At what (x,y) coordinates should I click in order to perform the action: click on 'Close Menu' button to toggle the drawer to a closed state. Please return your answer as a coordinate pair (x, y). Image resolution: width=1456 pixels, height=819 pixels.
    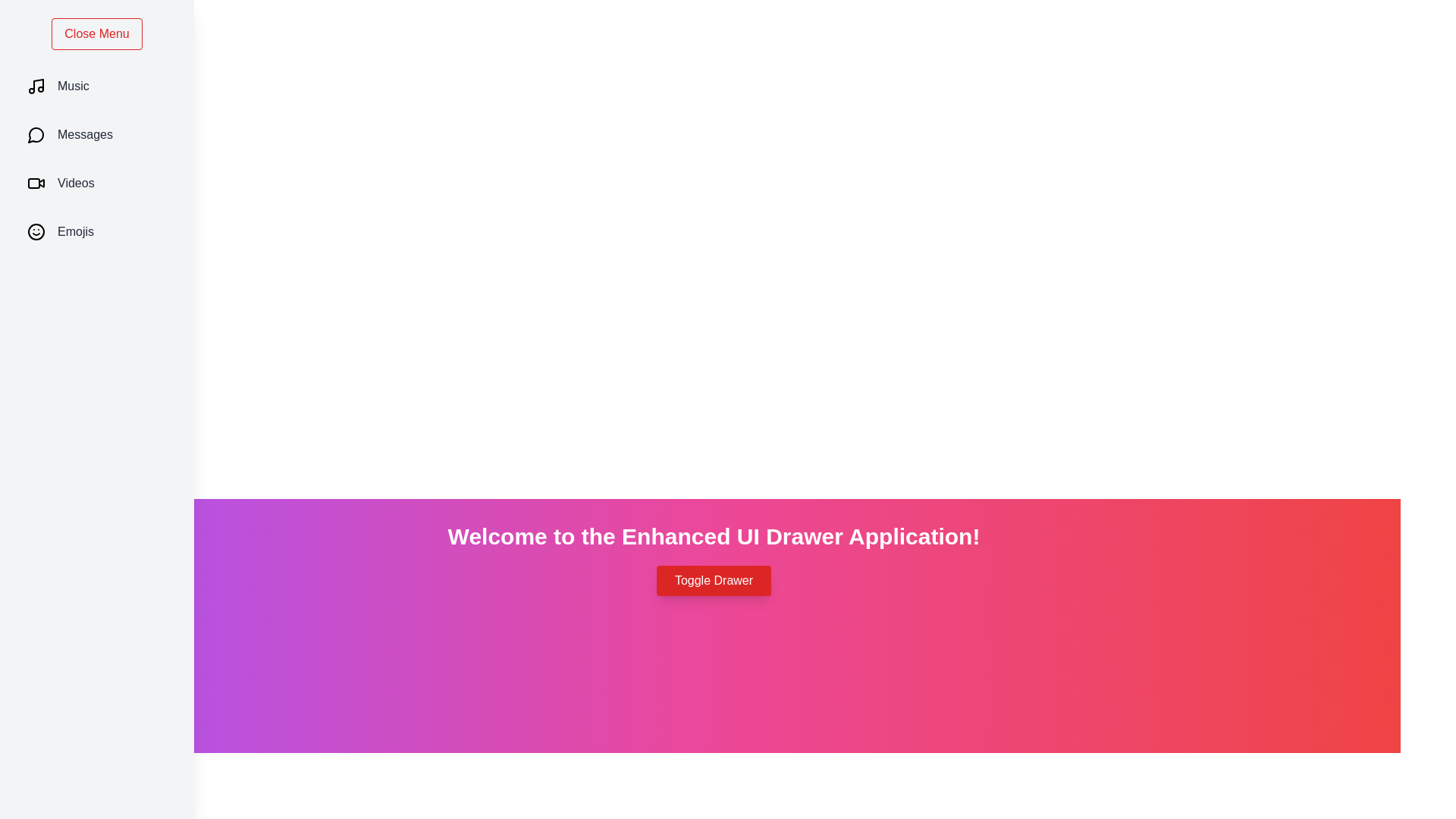
    Looking at the image, I should click on (96, 34).